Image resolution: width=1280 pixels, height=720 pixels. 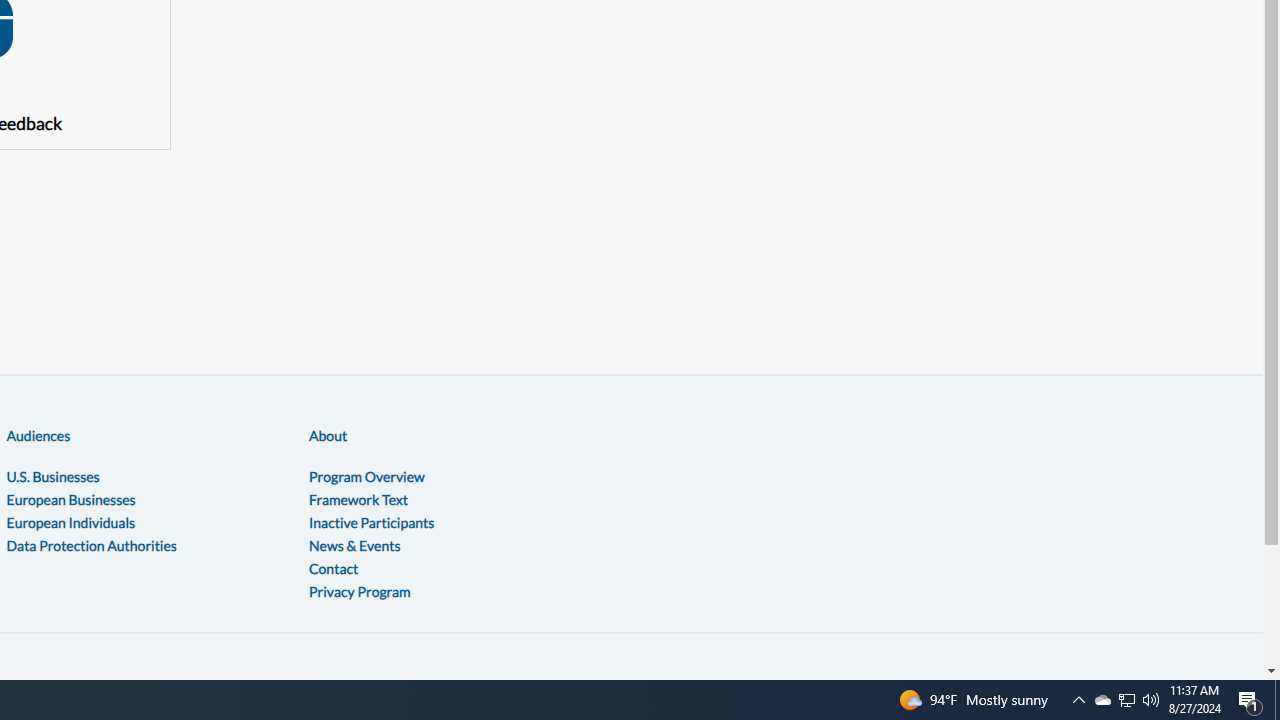 I want to click on 'Framework Text', so click(x=358, y=498).